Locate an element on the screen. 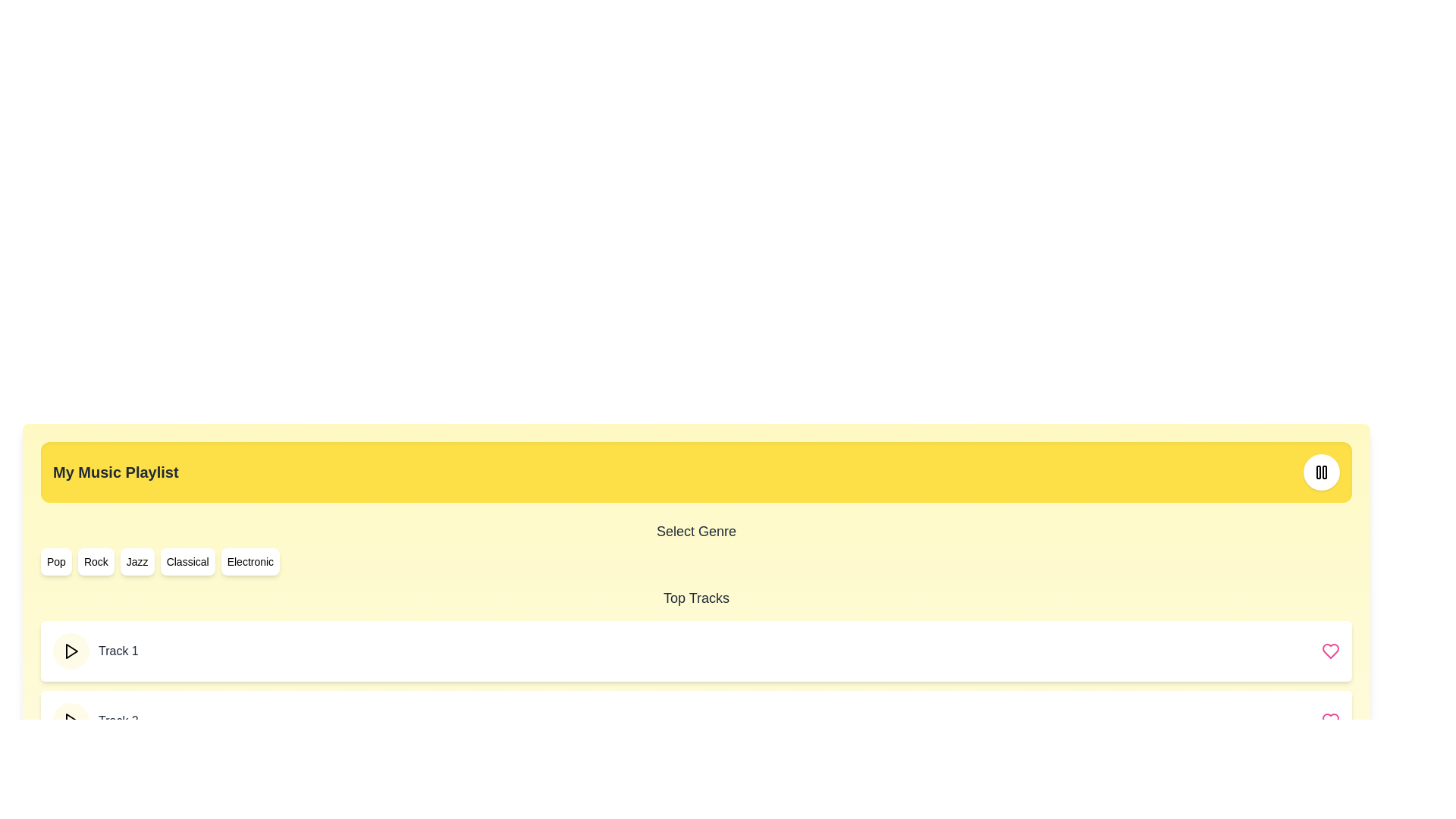 Image resolution: width=1456 pixels, height=819 pixels. the Text label displaying 'Track 2', which is styled with a medium font weight and gray color, located within a playlist row to the right of the play button is located at coordinates (118, 720).